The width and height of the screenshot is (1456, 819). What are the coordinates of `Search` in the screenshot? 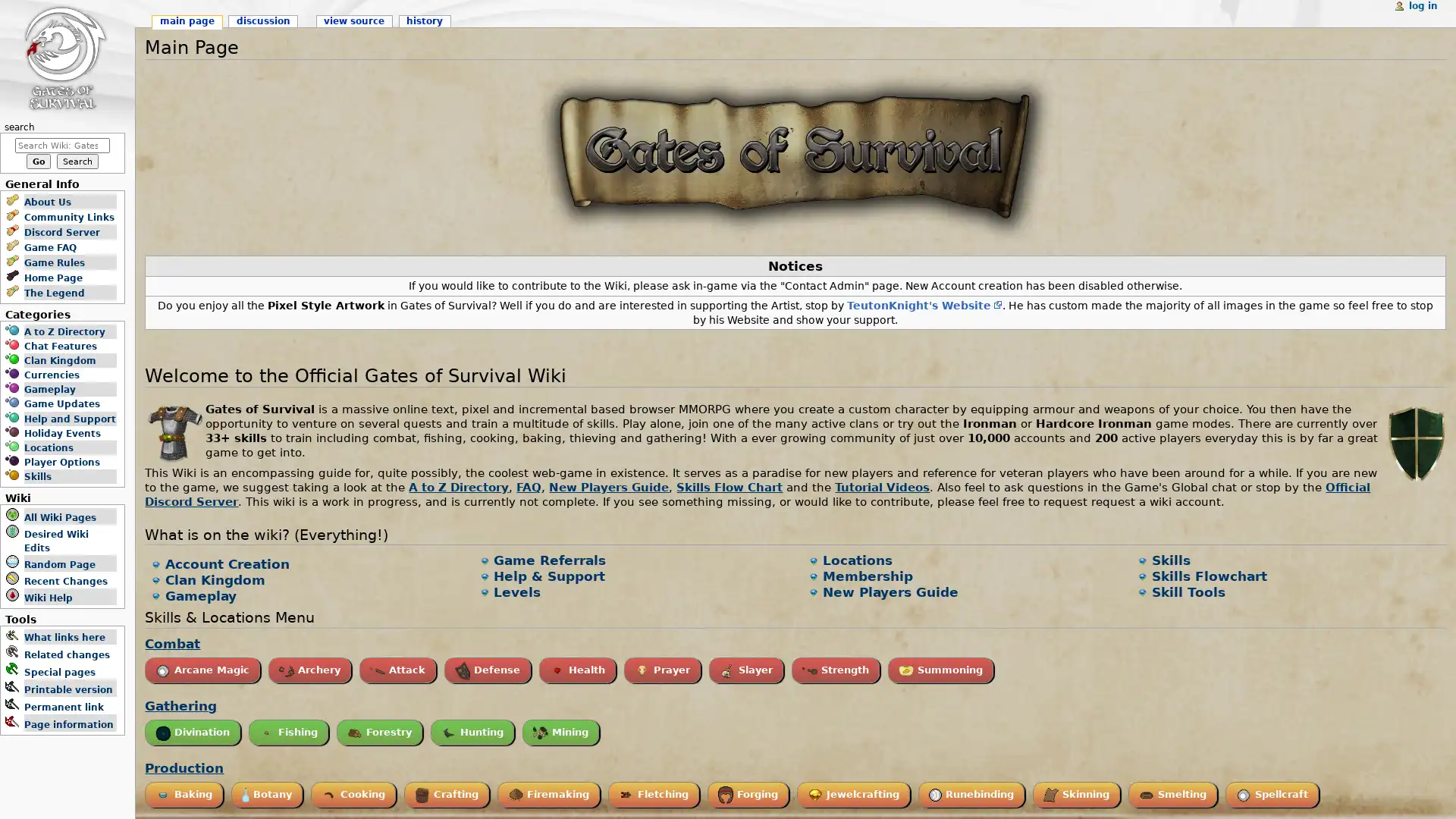 It's located at (77, 161).